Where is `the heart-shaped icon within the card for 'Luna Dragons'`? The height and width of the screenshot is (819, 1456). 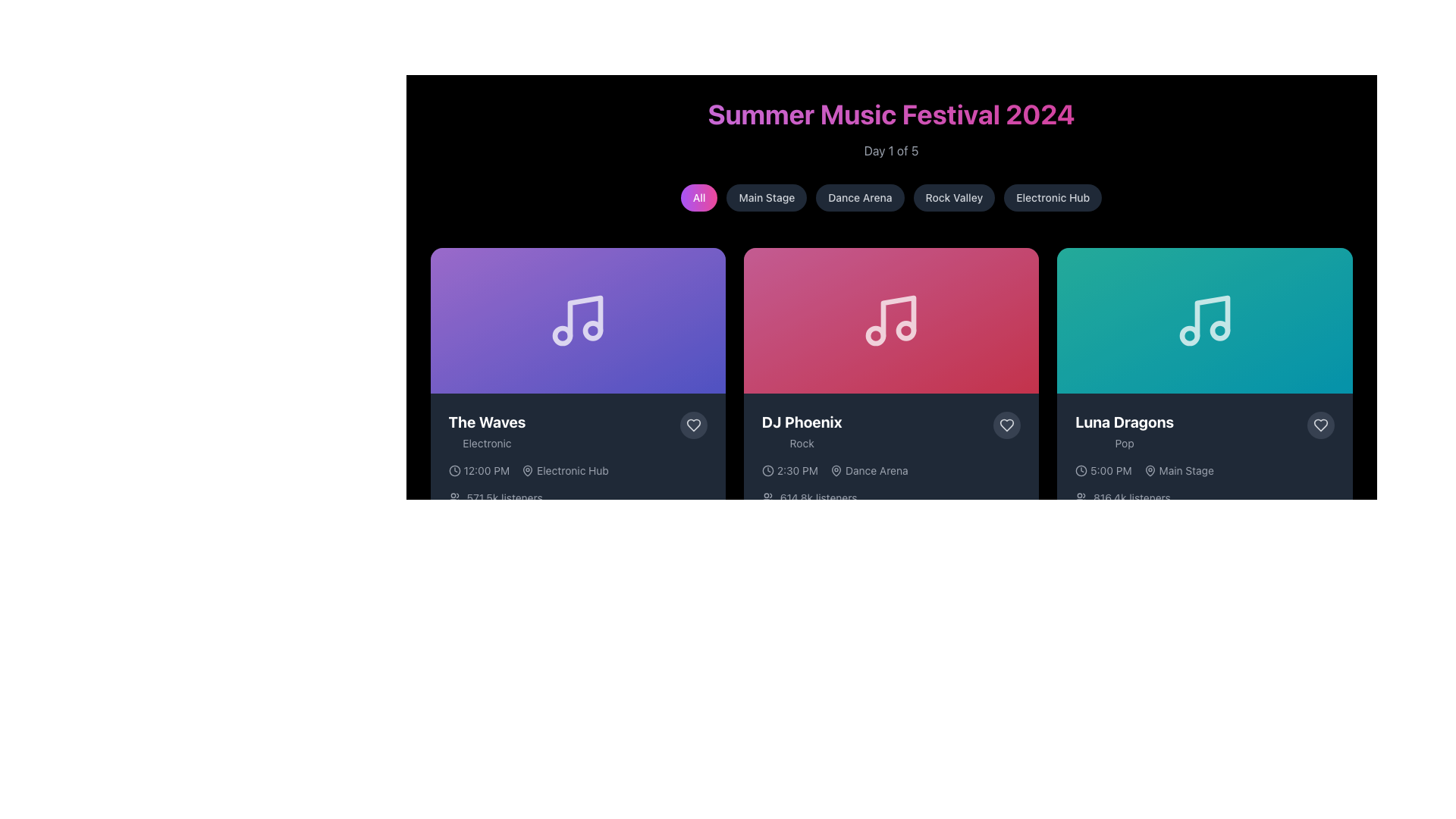 the heart-shaped icon within the card for 'Luna Dragons' is located at coordinates (1319, 425).